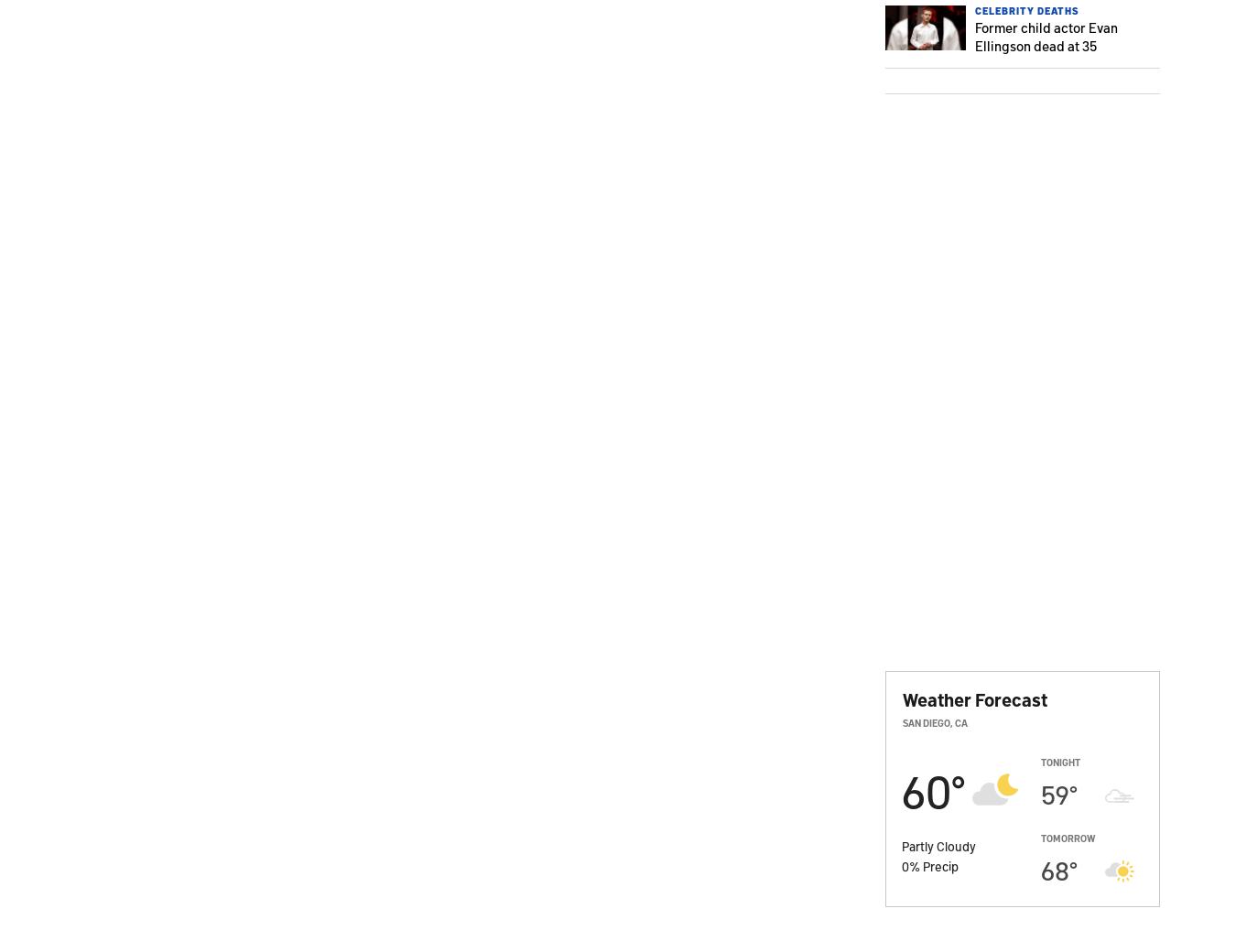 The width and height of the screenshot is (1236, 952). Describe the element at coordinates (1026, 8) in the screenshot. I see `'celebrity deaths'` at that location.